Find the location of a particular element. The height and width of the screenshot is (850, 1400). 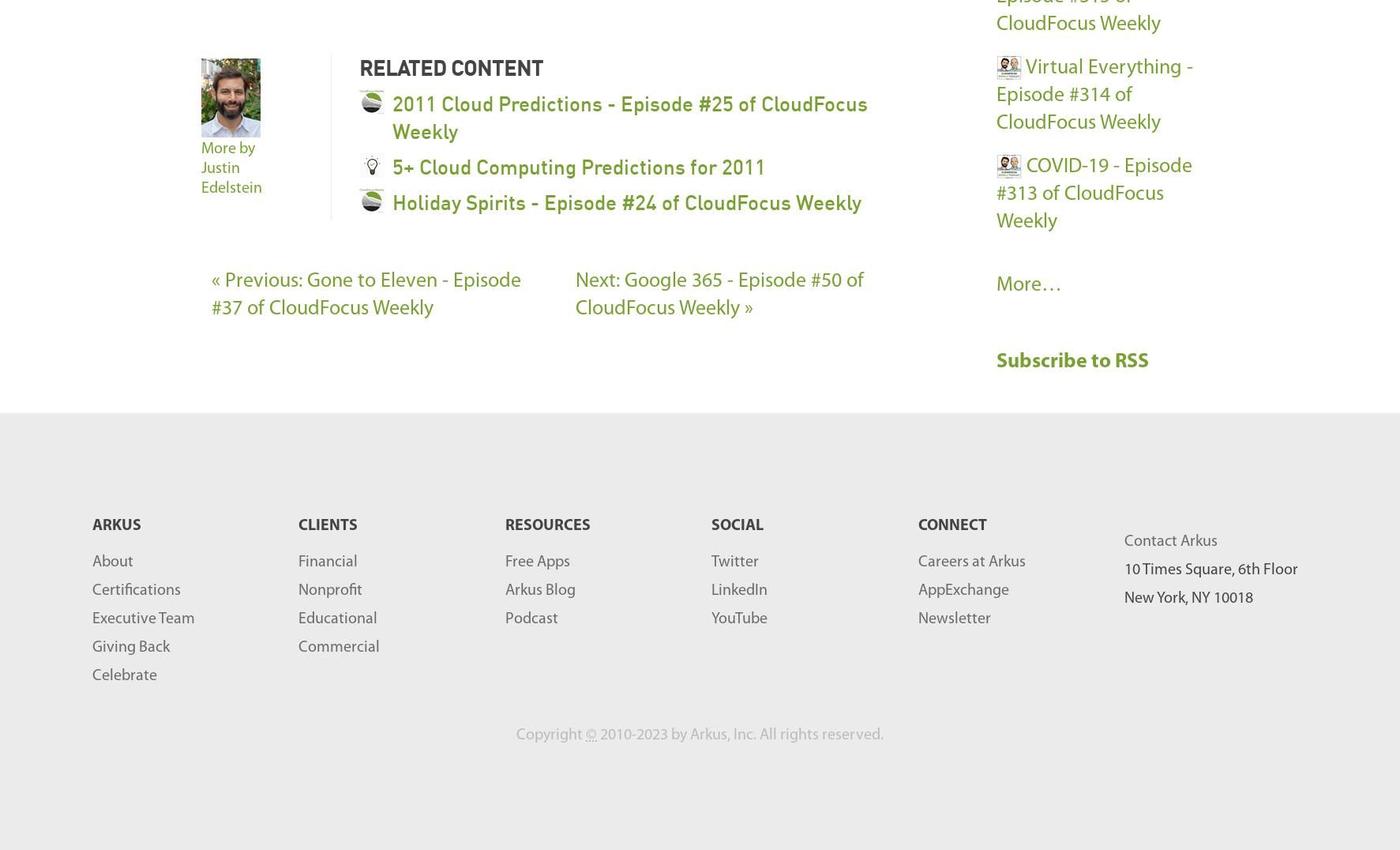

'AppExchange' is located at coordinates (918, 590).